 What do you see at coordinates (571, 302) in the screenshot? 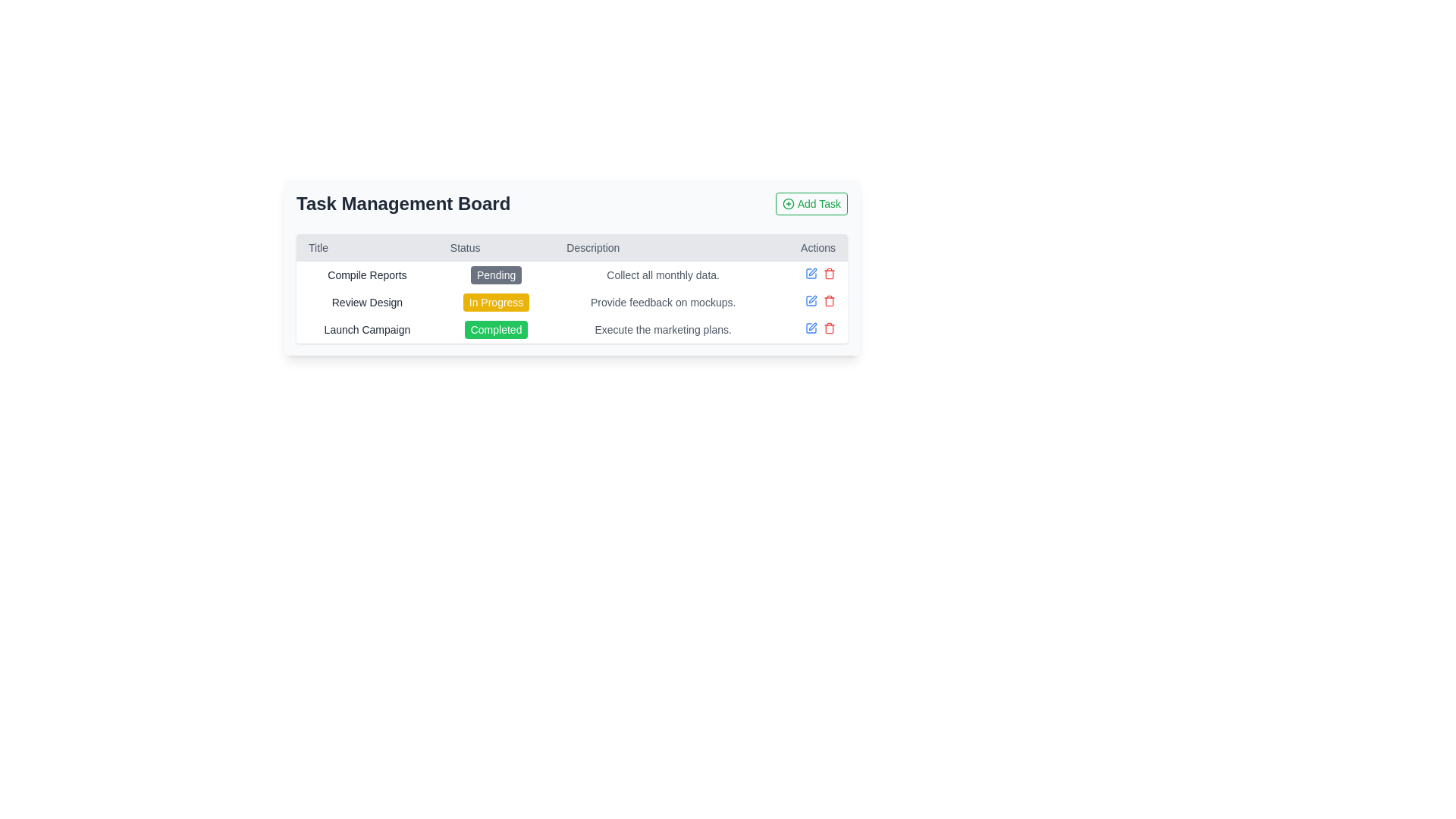
I see `the second row of the task list in the task management system` at bounding box center [571, 302].